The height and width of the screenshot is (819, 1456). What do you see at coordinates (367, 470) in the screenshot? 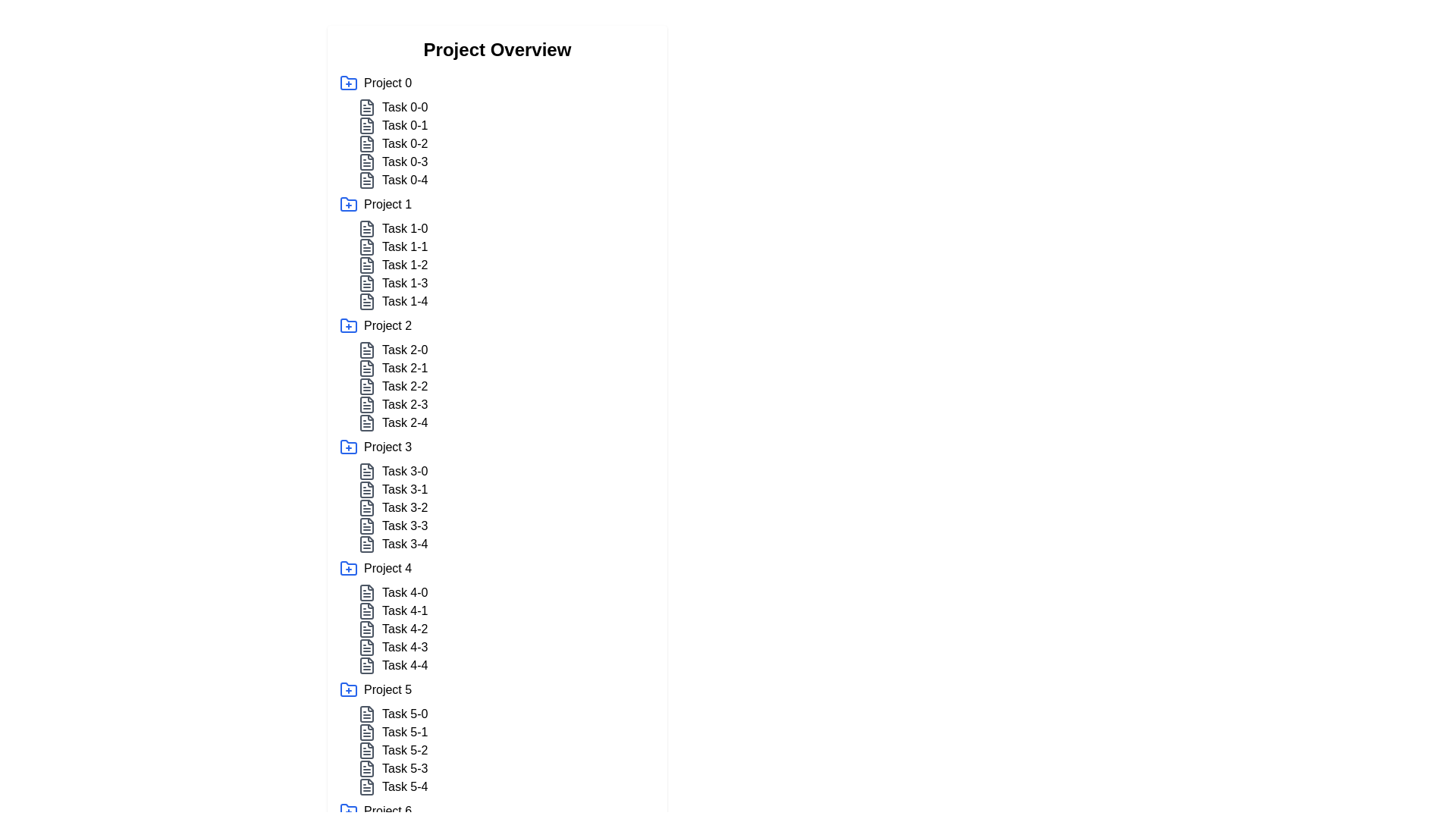
I see `the file outline icon with text lines, located at the leftmost side of the row labeled 'Task 3-0' under 'Project 3', as a visual indicator` at bounding box center [367, 470].